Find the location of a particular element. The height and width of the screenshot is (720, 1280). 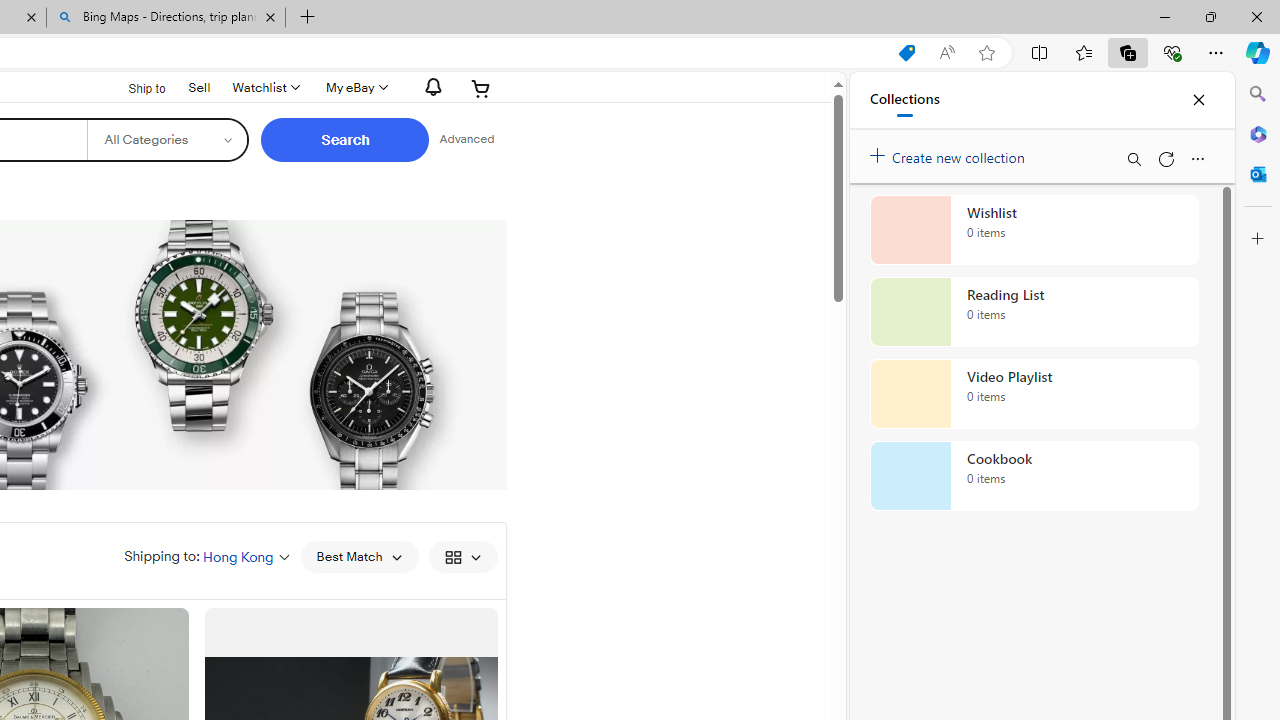

'Wishlist collection, 0 items' is located at coordinates (1034, 229).